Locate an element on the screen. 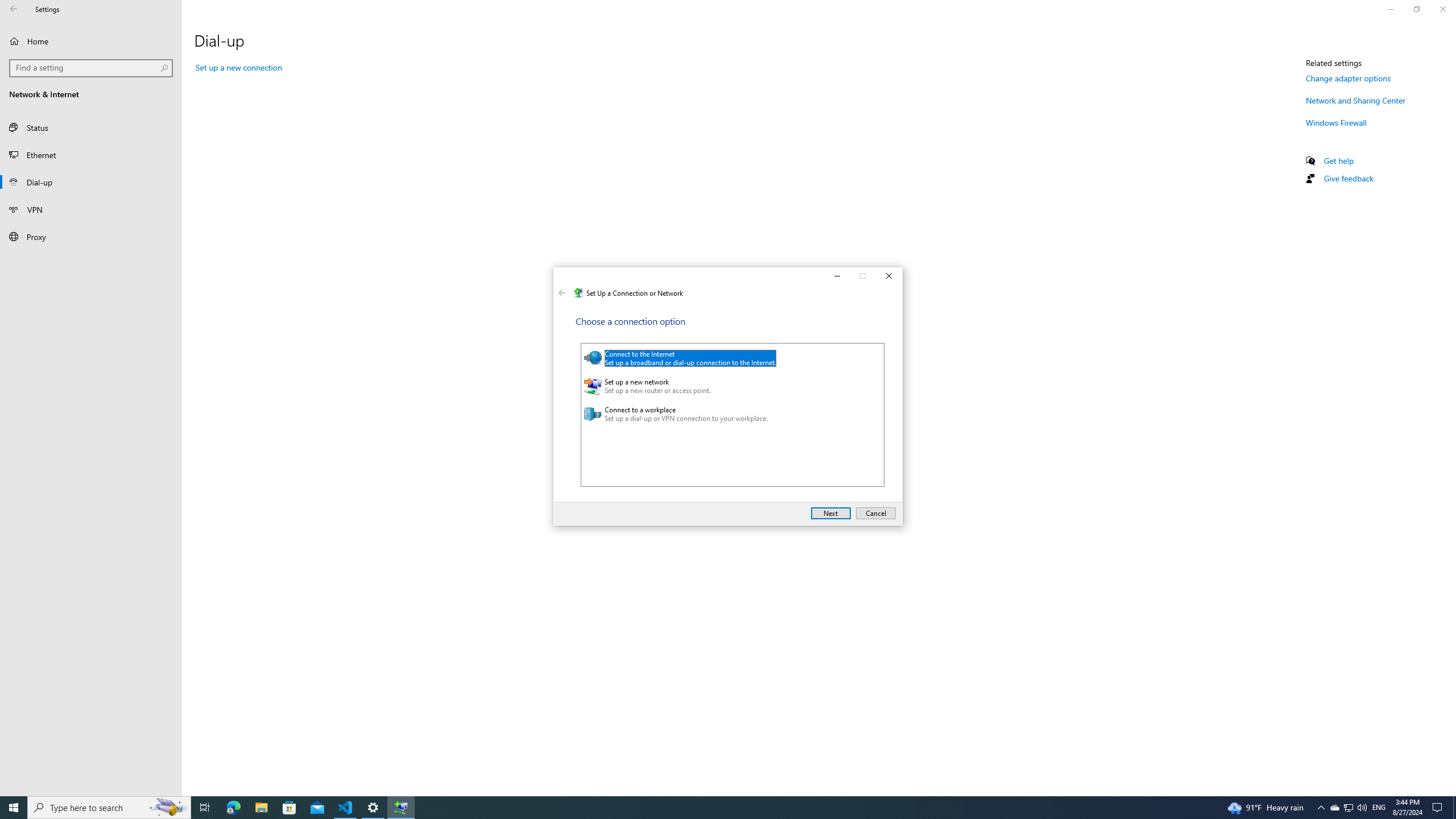  'Set up a new network' is located at coordinates (726, 386).